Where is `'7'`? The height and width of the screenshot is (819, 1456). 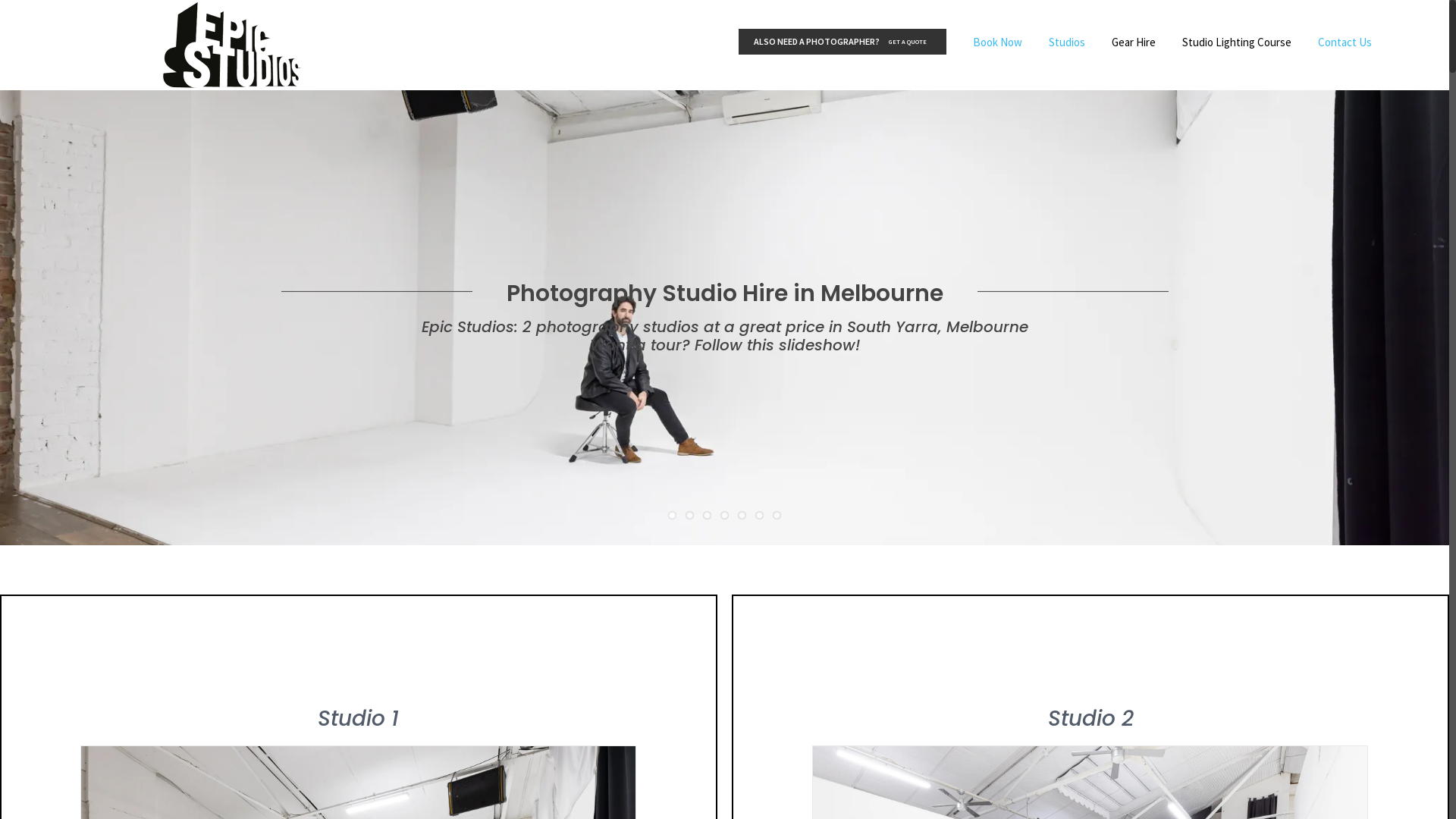
'7' is located at coordinates (777, 514).